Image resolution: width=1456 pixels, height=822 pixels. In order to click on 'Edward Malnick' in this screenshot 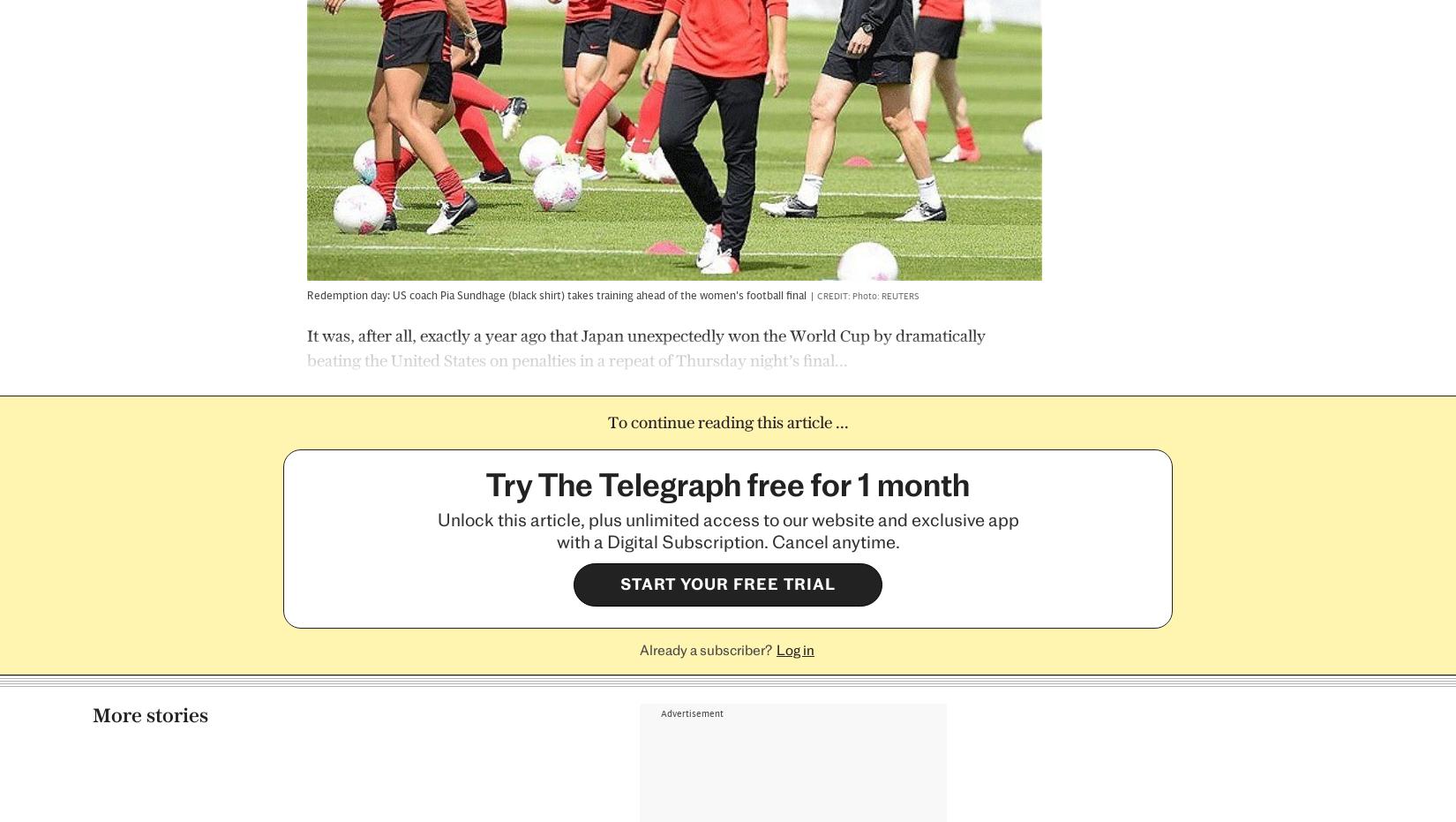, I will do `click(1013, 667)`.